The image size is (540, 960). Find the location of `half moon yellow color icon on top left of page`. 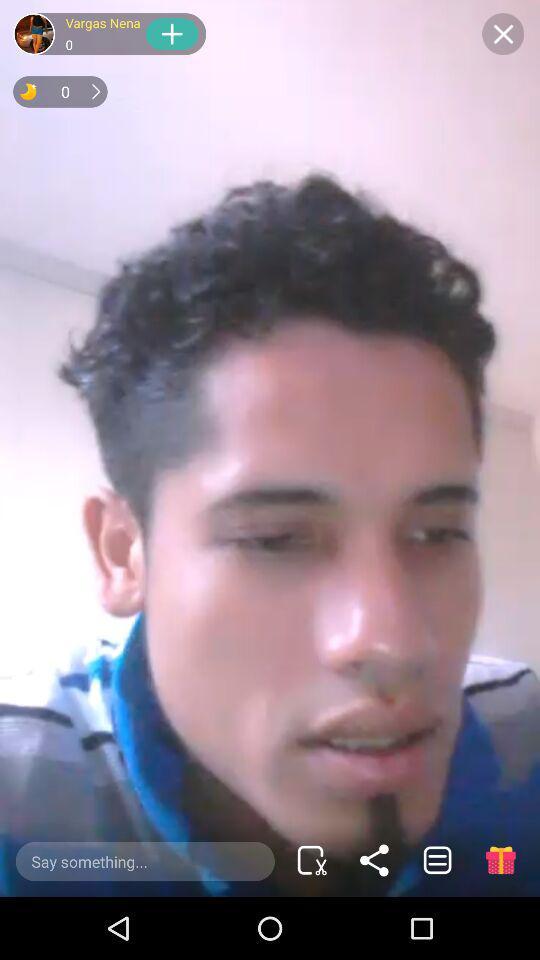

half moon yellow color icon on top left of page is located at coordinates (27, 91).